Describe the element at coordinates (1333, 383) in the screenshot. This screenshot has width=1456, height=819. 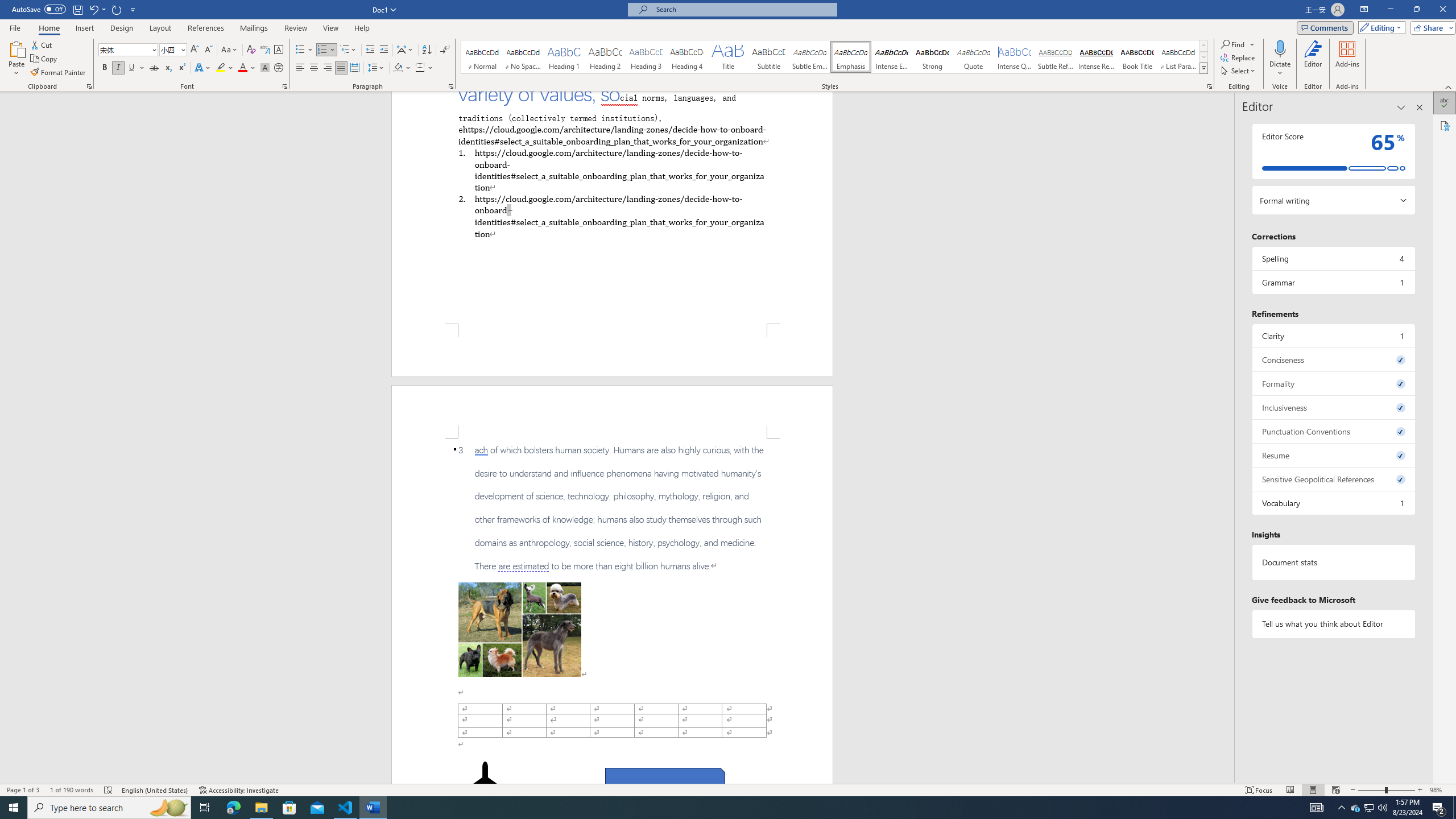
I see `'Formality, 0 issues. Press space or enter to review items.'` at that location.